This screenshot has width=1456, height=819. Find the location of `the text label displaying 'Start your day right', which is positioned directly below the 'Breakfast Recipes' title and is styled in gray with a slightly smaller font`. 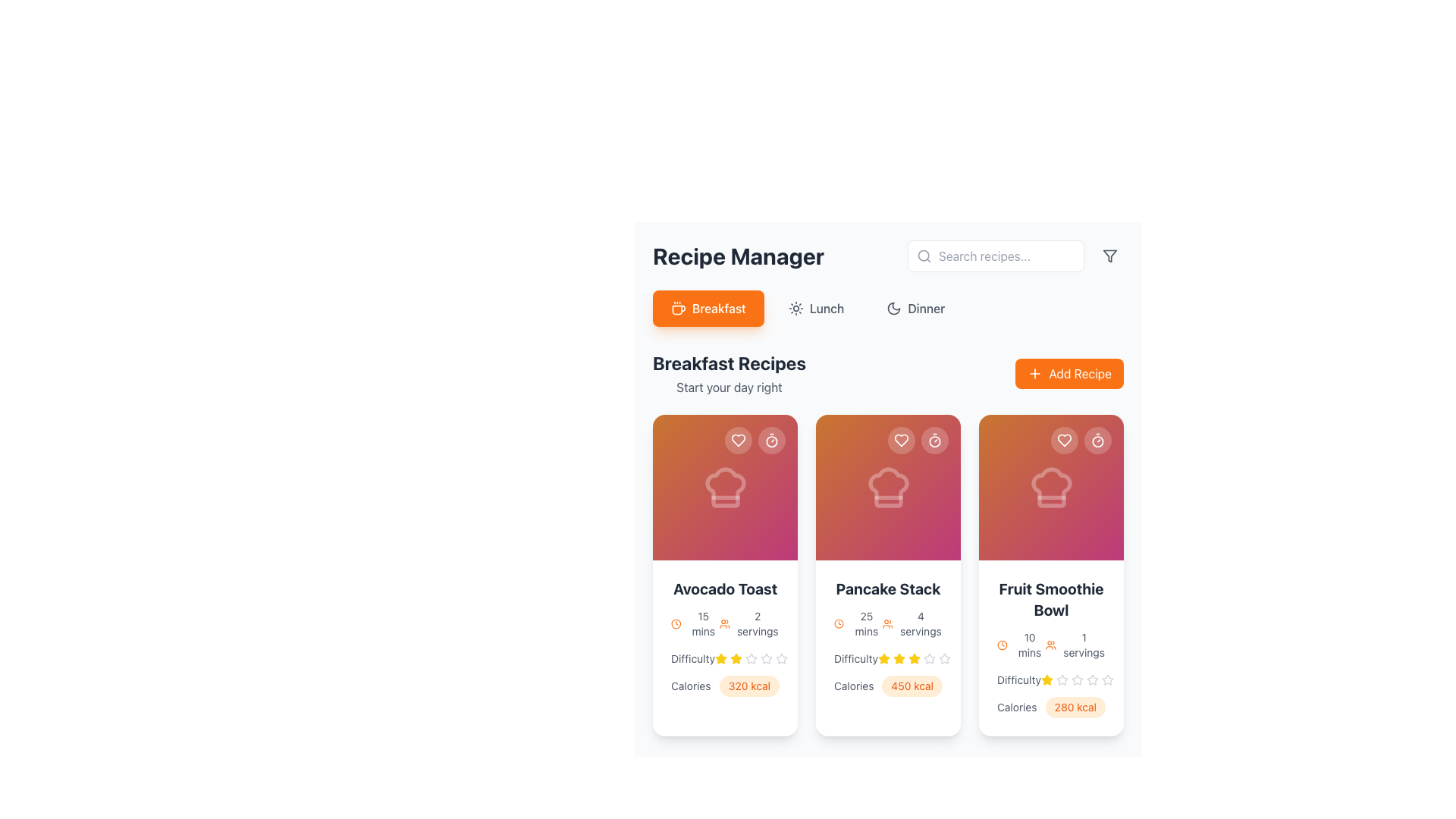

the text label displaying 'Start your day right', which is positioned directly below the 'Breakfast Recipes' title and is styled in gray with a slightly smaller font is located at coordinates (729, 386).